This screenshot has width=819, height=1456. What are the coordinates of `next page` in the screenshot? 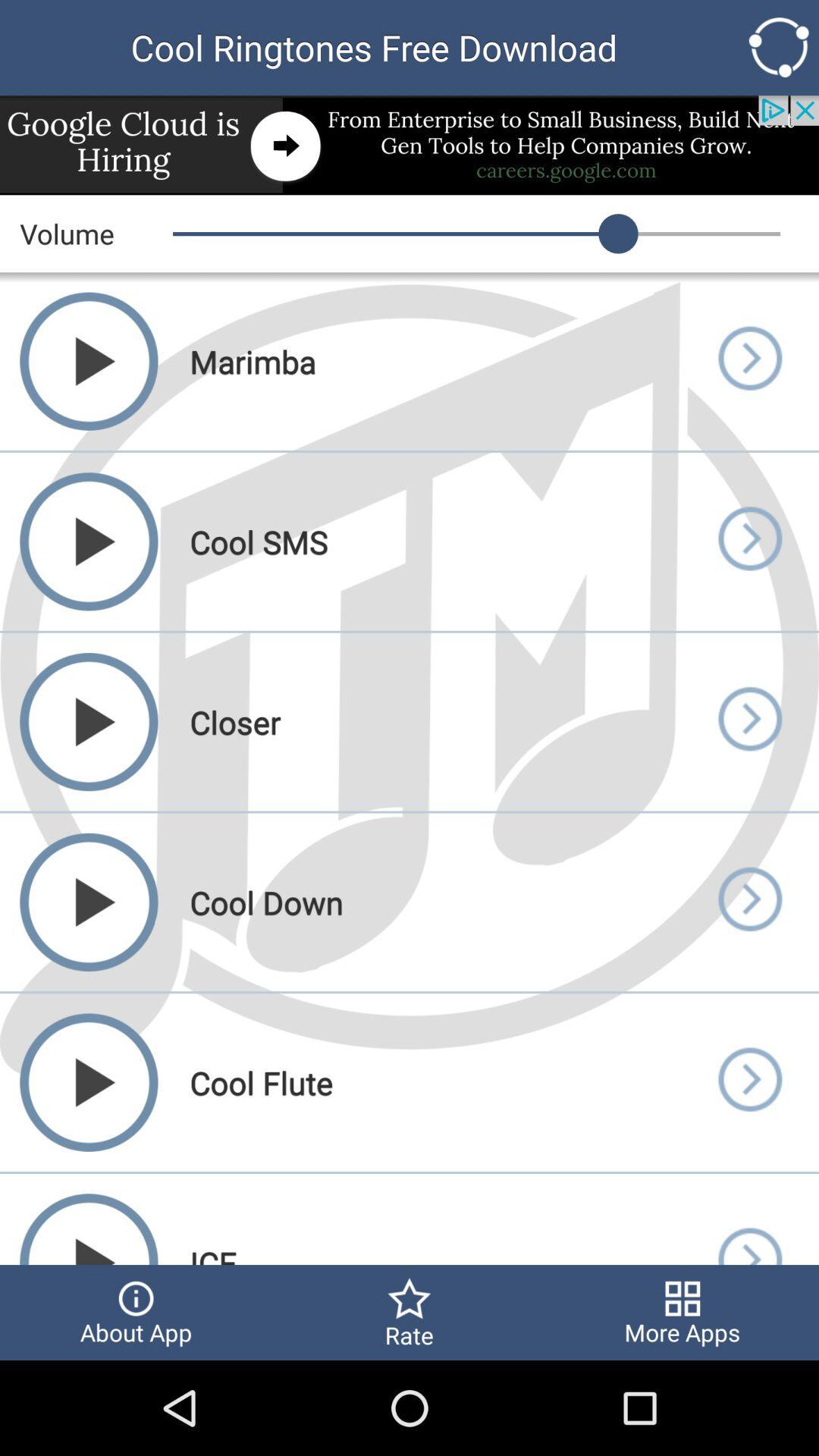 It's located at (748, 360).